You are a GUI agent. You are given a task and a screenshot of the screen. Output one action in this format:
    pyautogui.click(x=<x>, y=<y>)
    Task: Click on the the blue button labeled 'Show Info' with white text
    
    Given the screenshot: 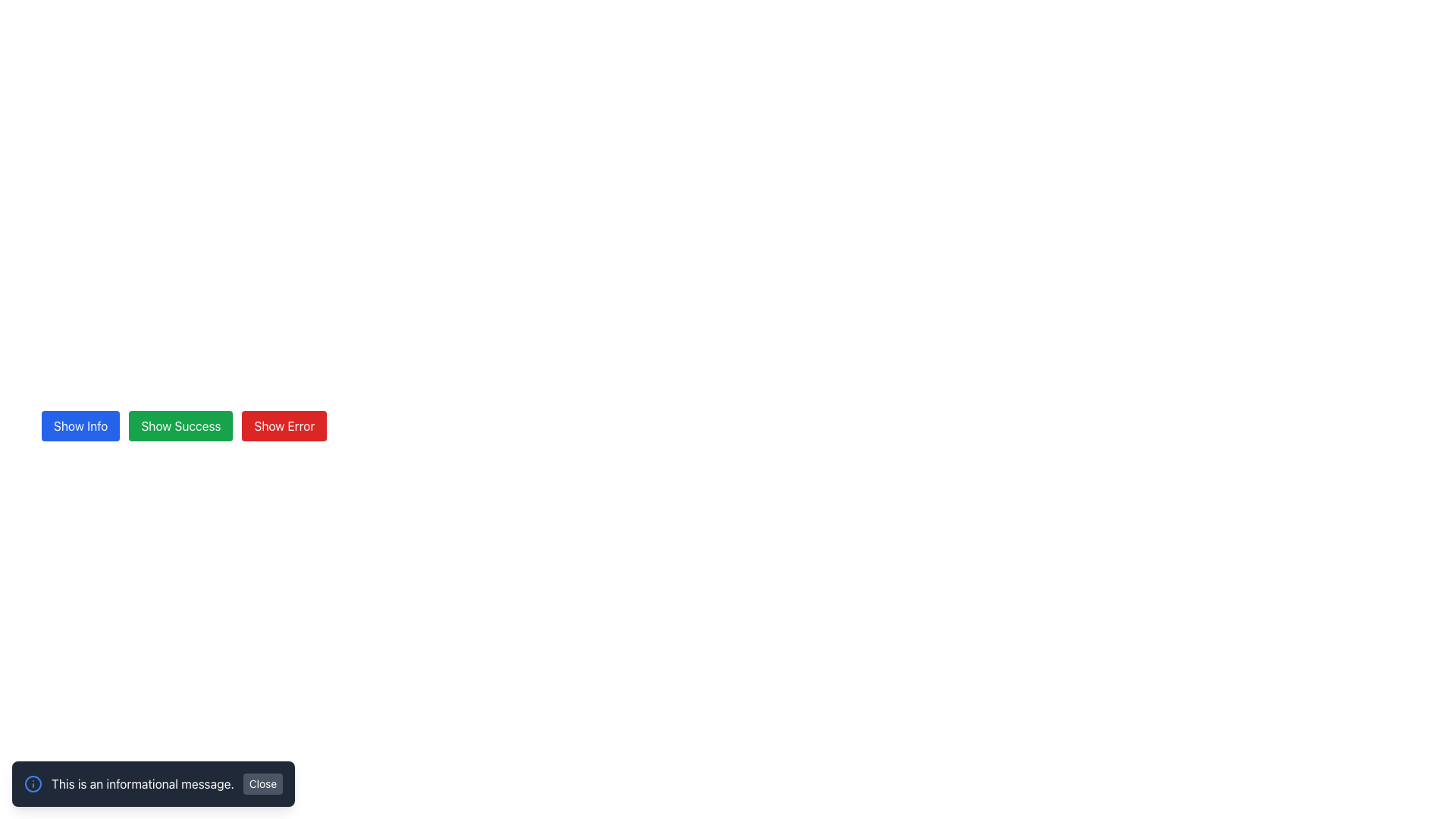 What is the action you would take?
    pyautogui.click(x=80, y=426)
    